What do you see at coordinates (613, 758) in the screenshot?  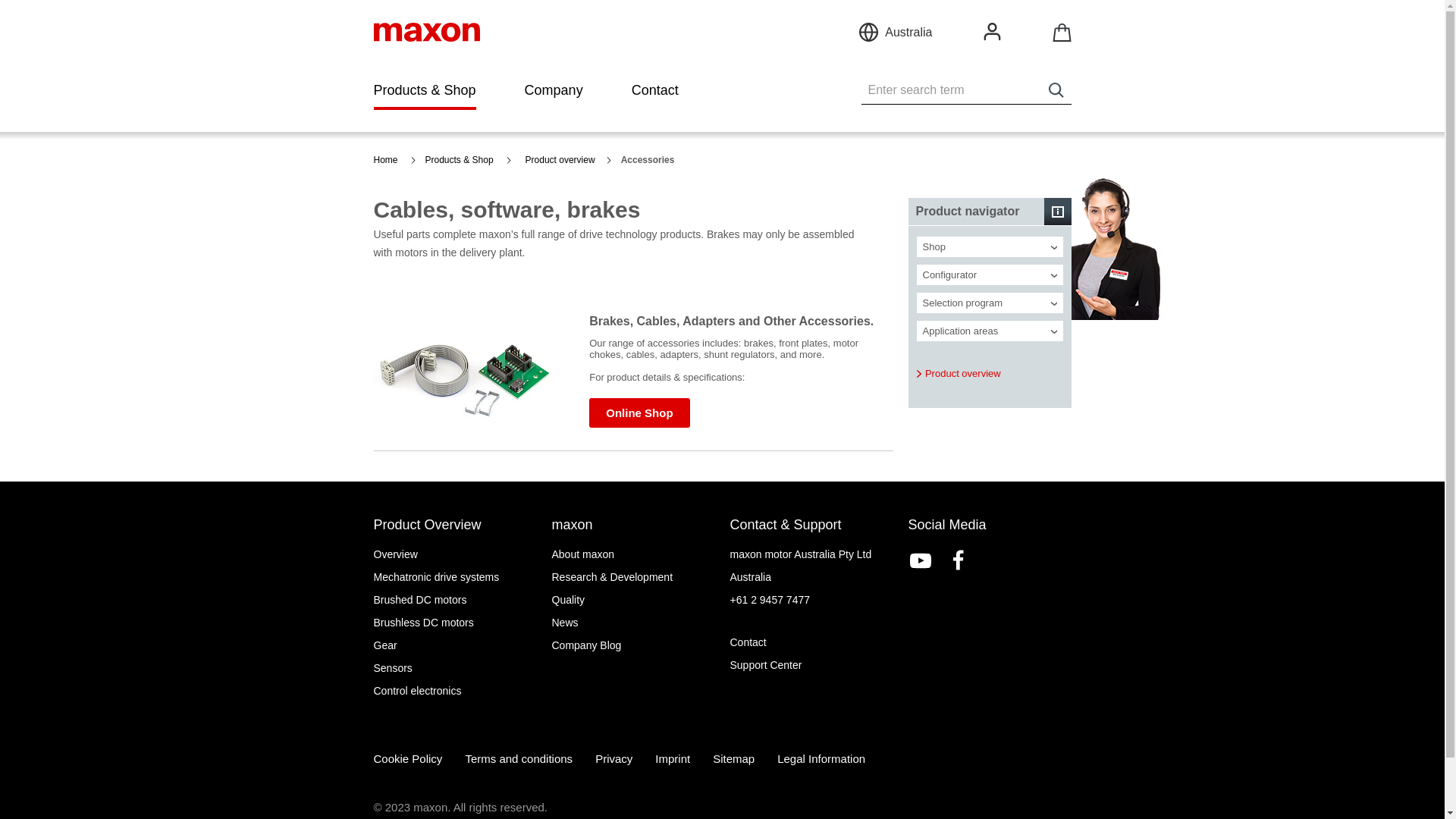 I see `'Privacy'` at bounding box center [613, 758].